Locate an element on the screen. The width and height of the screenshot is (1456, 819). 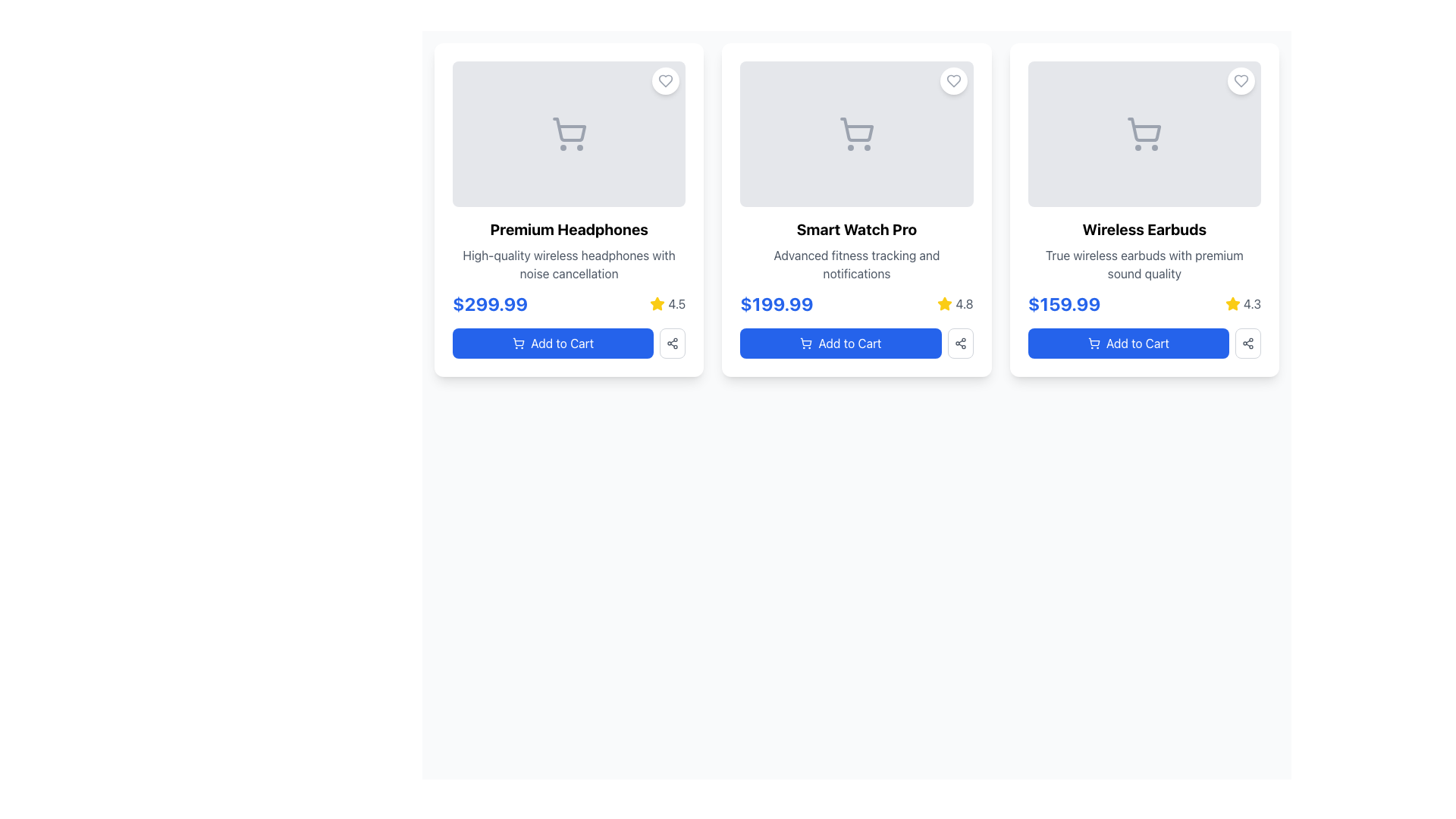
the icon located within the left part of the blue 'Add to Cart' button beneath the 'Premium Headphones' product card is located at coordinates (519, 343).